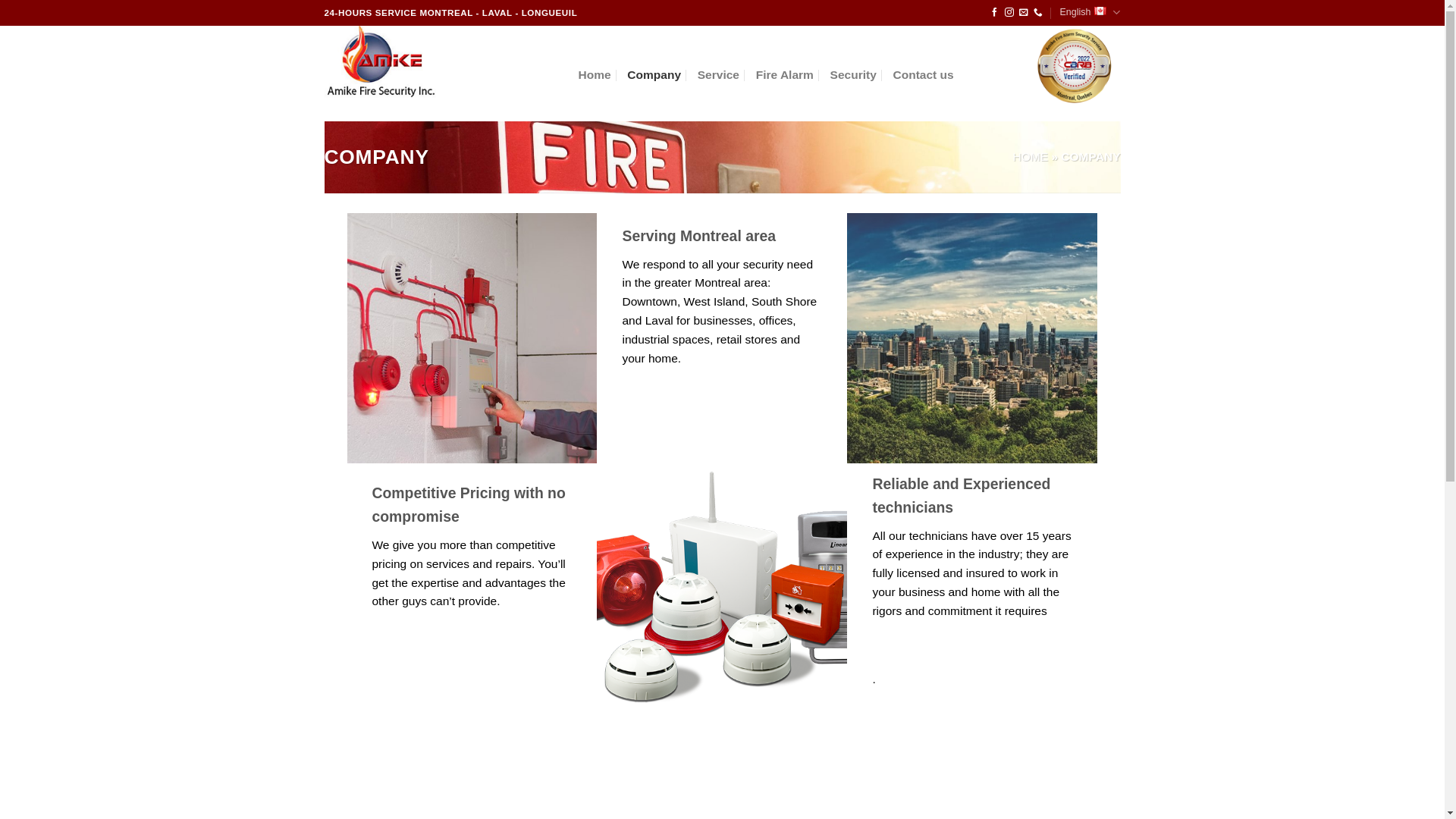  I want to click on 'Contact us', so click(923, 74).